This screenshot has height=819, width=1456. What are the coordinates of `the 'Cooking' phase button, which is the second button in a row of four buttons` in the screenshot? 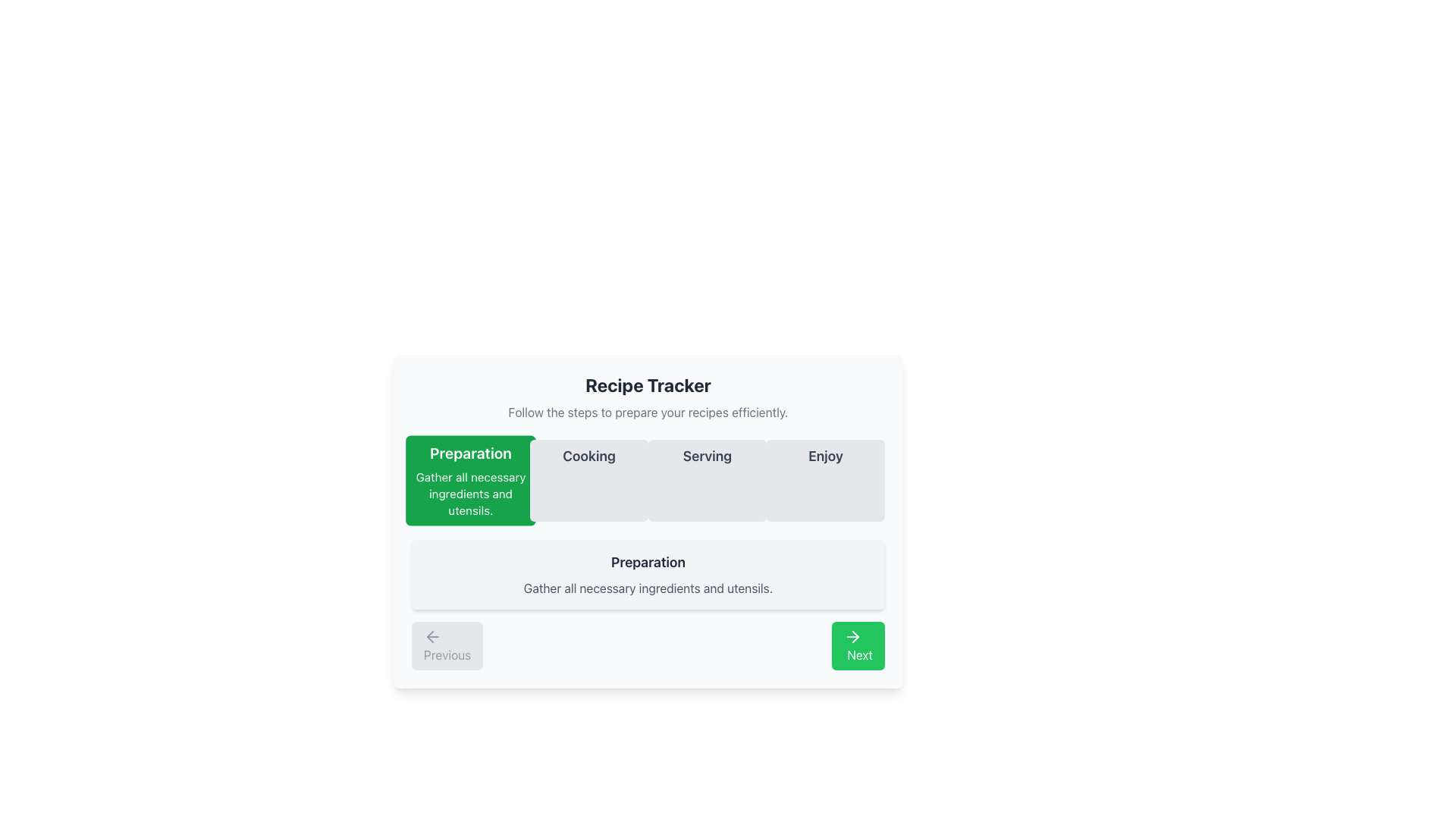 It's located at (588, 480).